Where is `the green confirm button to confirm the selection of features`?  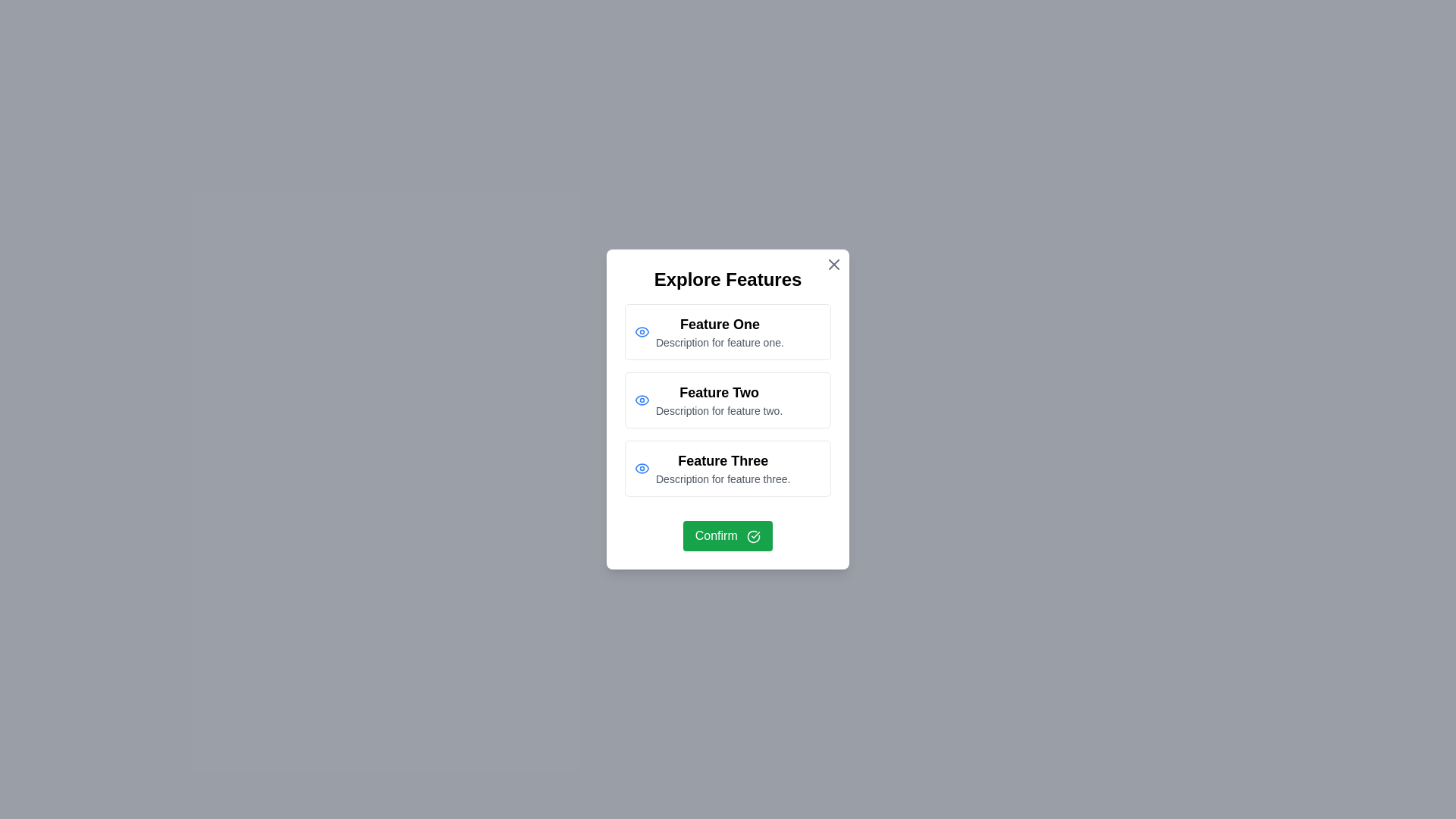
the green confirm button to confirm the selection of features is located at coordinates (728, 535).